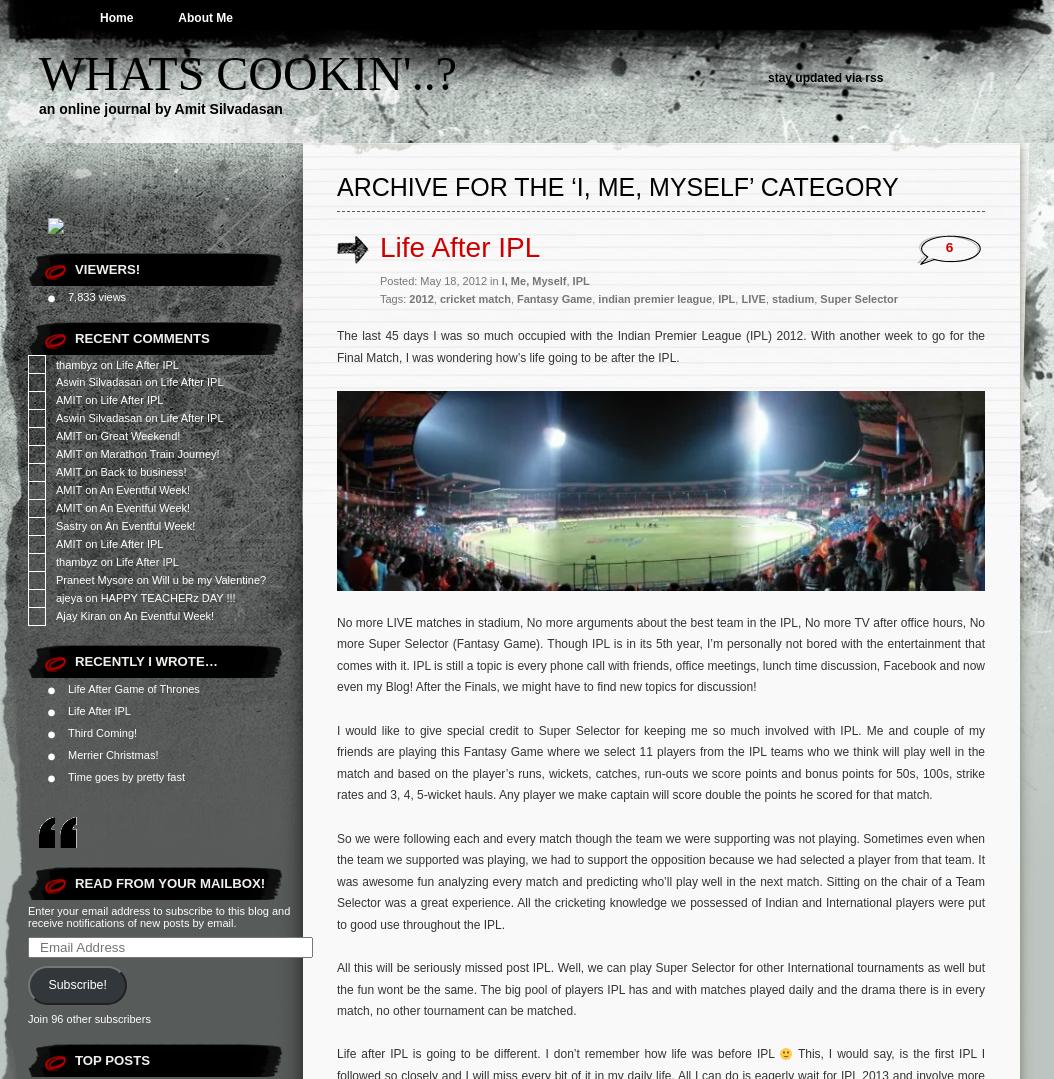 The height and width of the screenshot is (1079, 1054). I want to click on 'an online journal by Amit Silvadasan', so click(38, 108).